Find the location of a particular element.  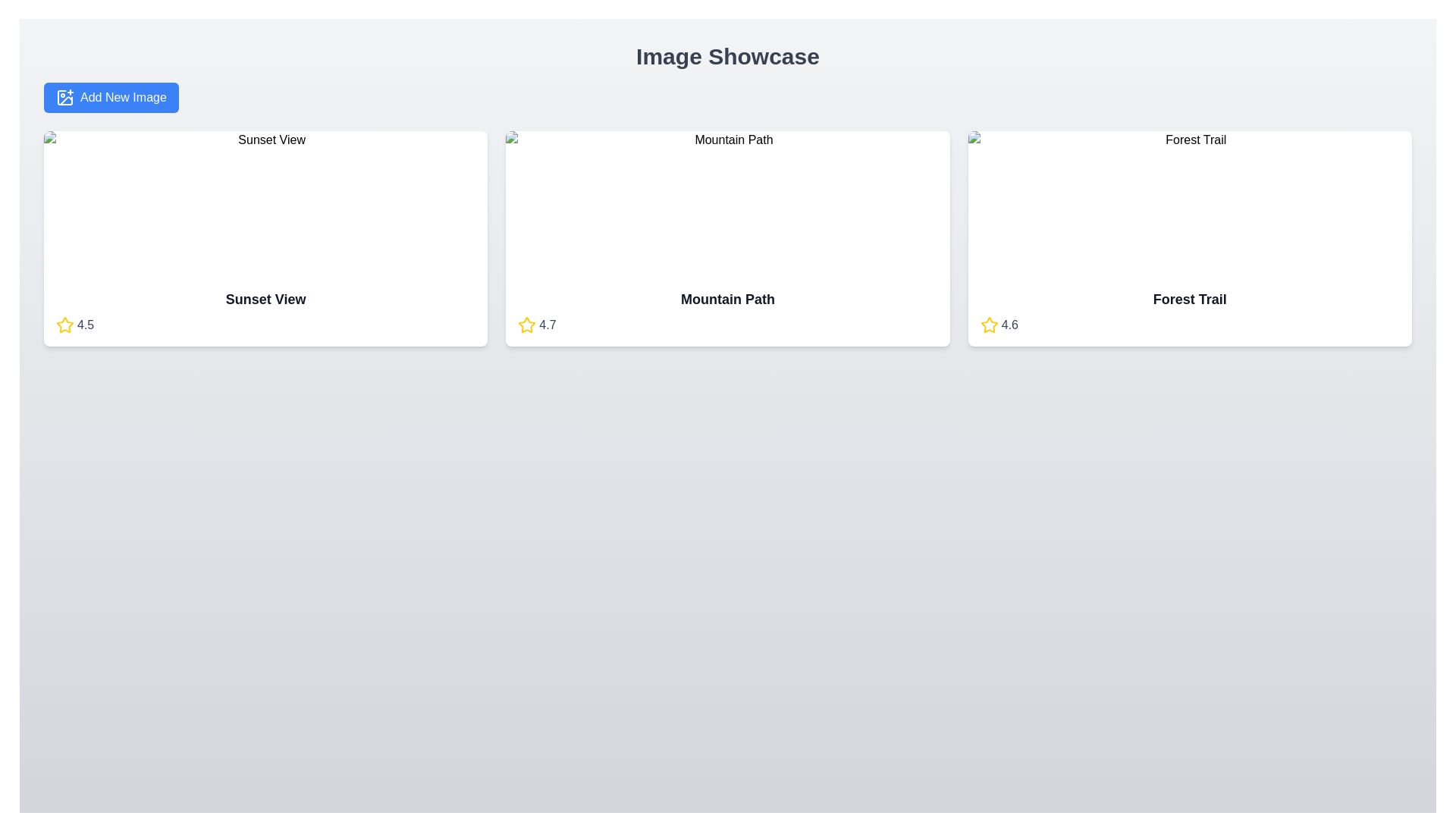

the 'Forest Trail' text block with a rating of 4.6 and a yellow star icon, located in the bottom section of the rightmost card is located at coordinates (1189, 311).